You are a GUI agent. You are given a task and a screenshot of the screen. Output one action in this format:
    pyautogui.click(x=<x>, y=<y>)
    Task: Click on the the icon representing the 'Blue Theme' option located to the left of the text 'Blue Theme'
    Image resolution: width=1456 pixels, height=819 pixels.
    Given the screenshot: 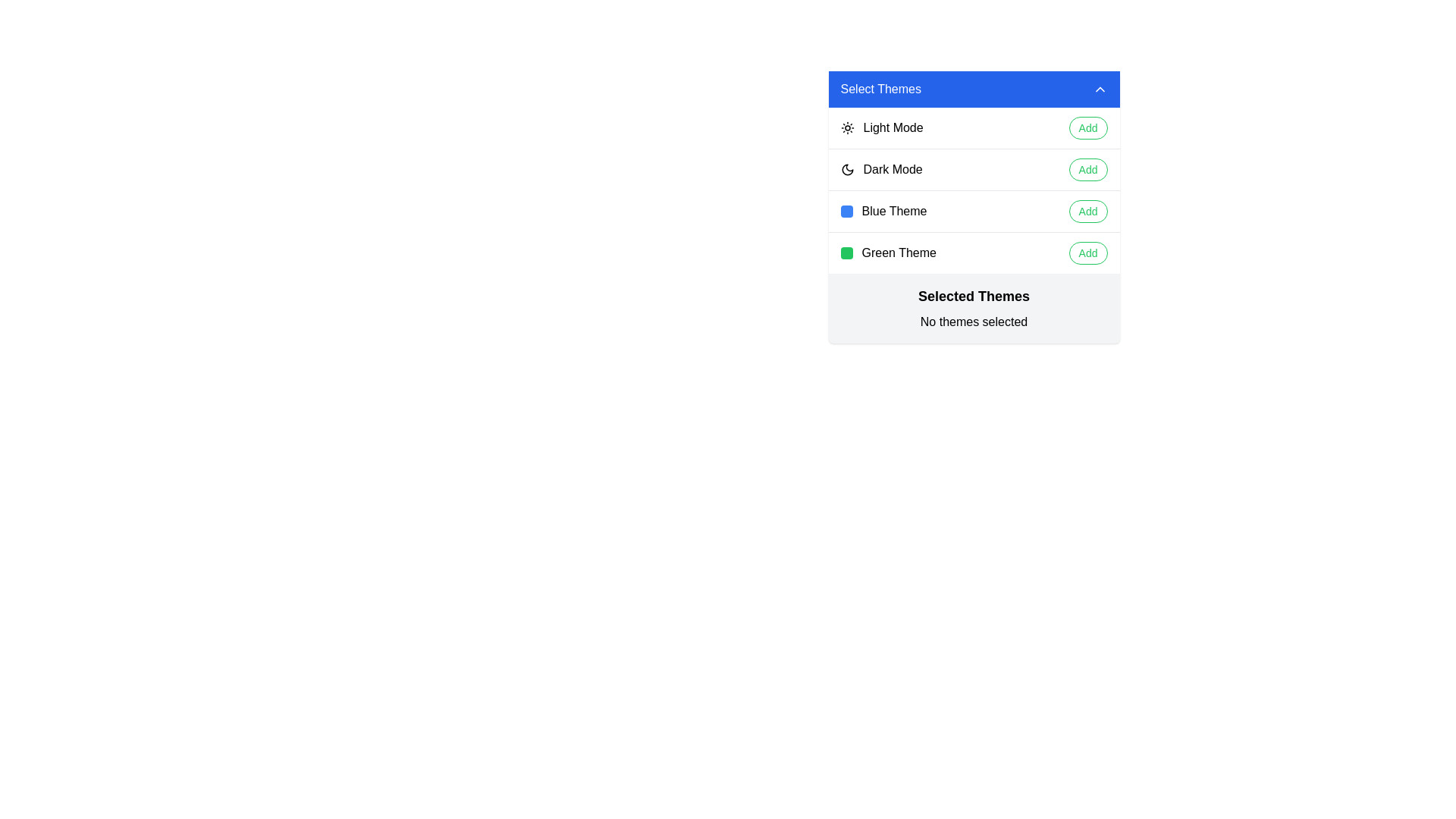 What is the action you would take?
    pyautogui.click(x=846, y=211)
    